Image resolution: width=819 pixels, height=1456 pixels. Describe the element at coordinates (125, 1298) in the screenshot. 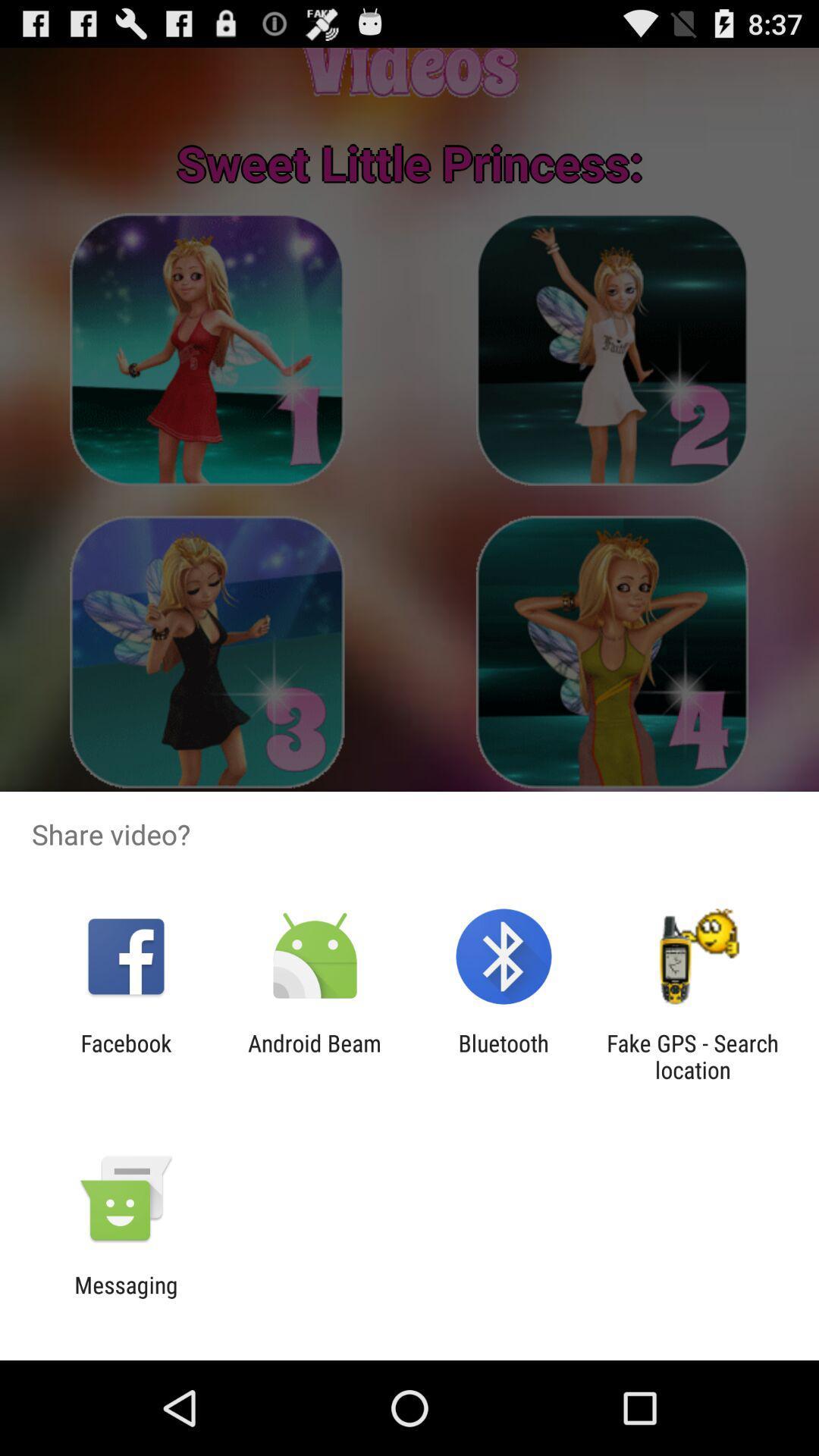

I see `messaging` at that location.